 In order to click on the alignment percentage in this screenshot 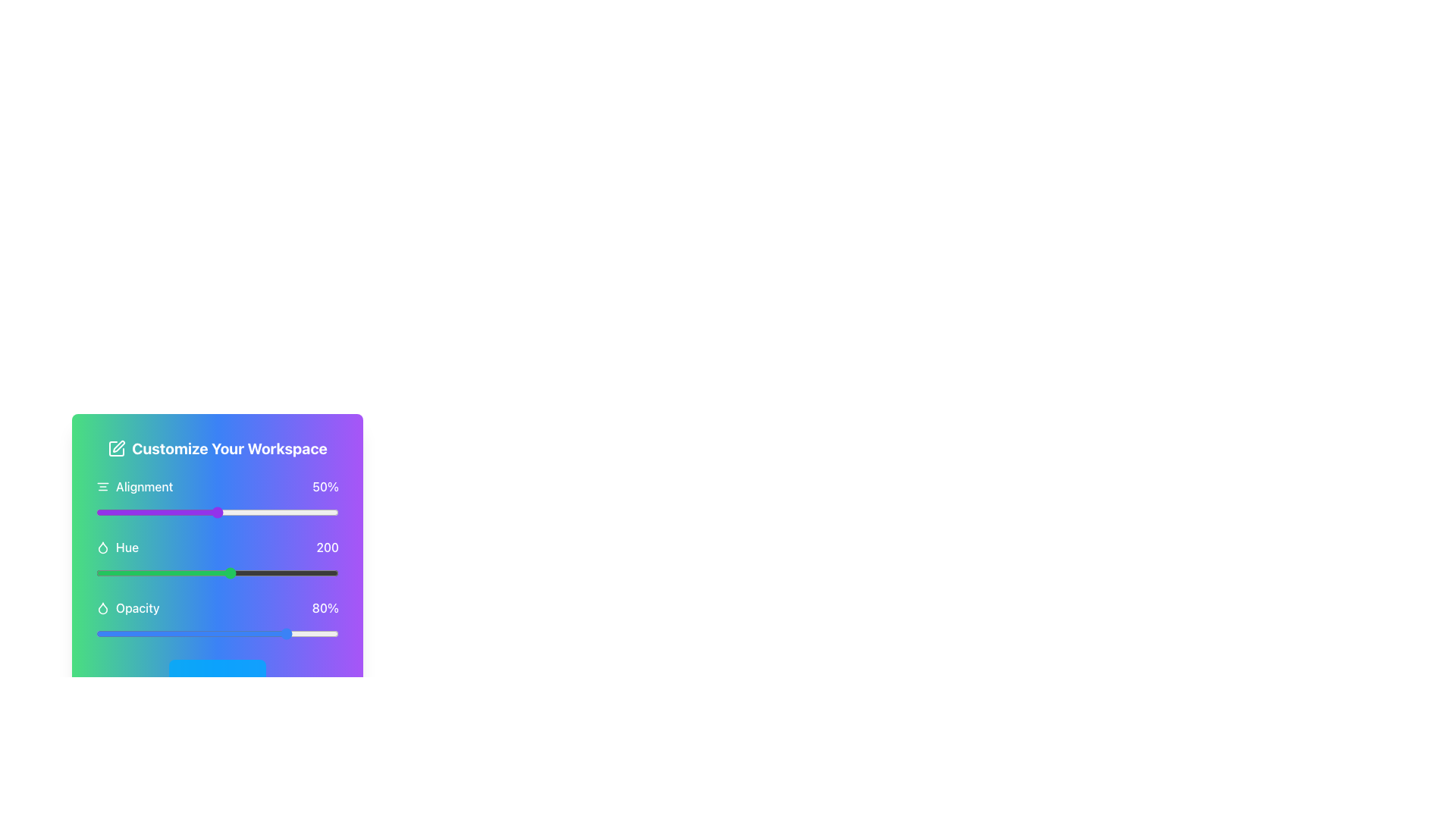, I will do `click(335, 512)`.